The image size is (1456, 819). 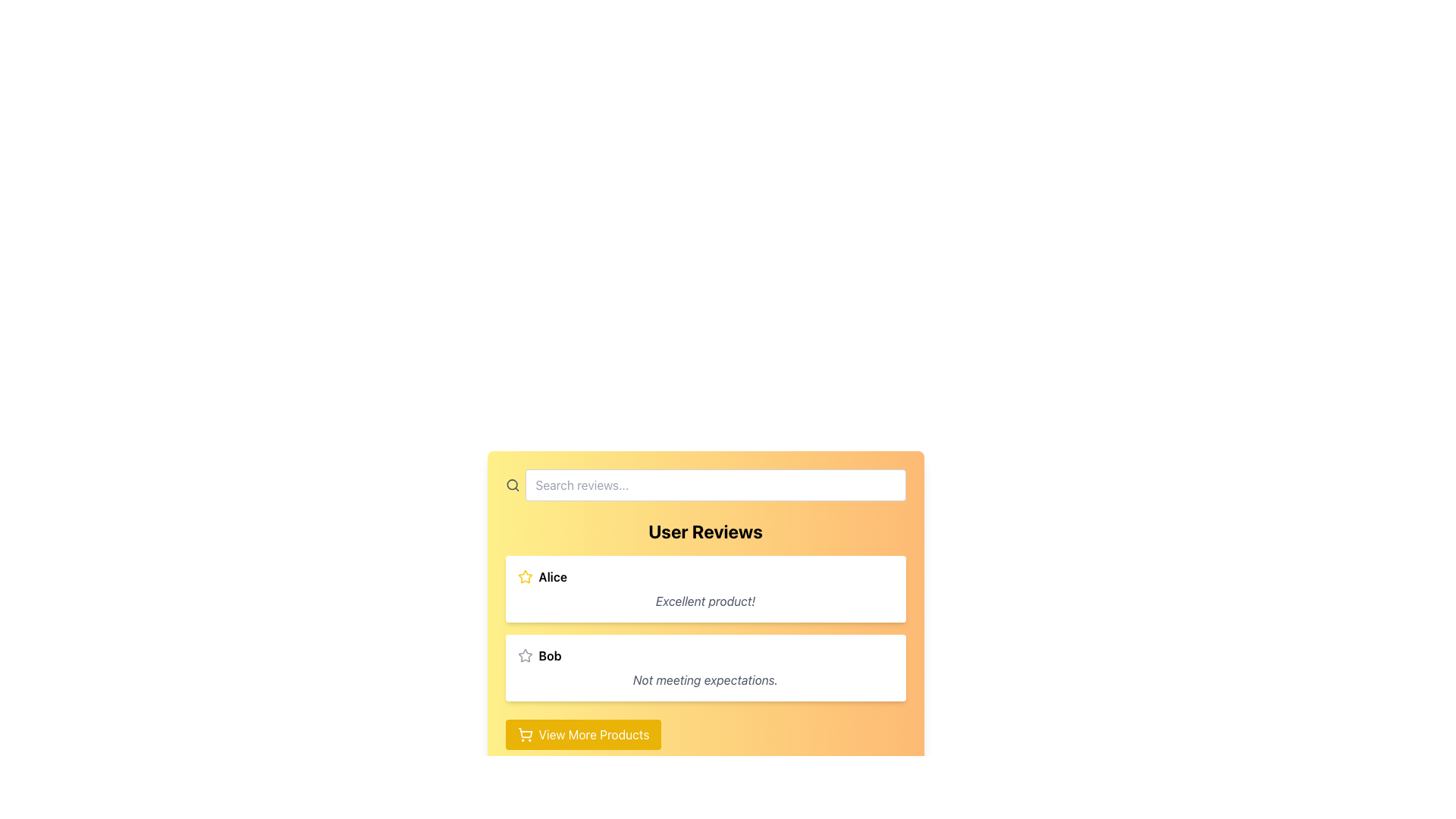 I want to click on the shopping cart icon located inside the 'View More Products' button at the bottom of the user interface, so click(x=525, y=733).